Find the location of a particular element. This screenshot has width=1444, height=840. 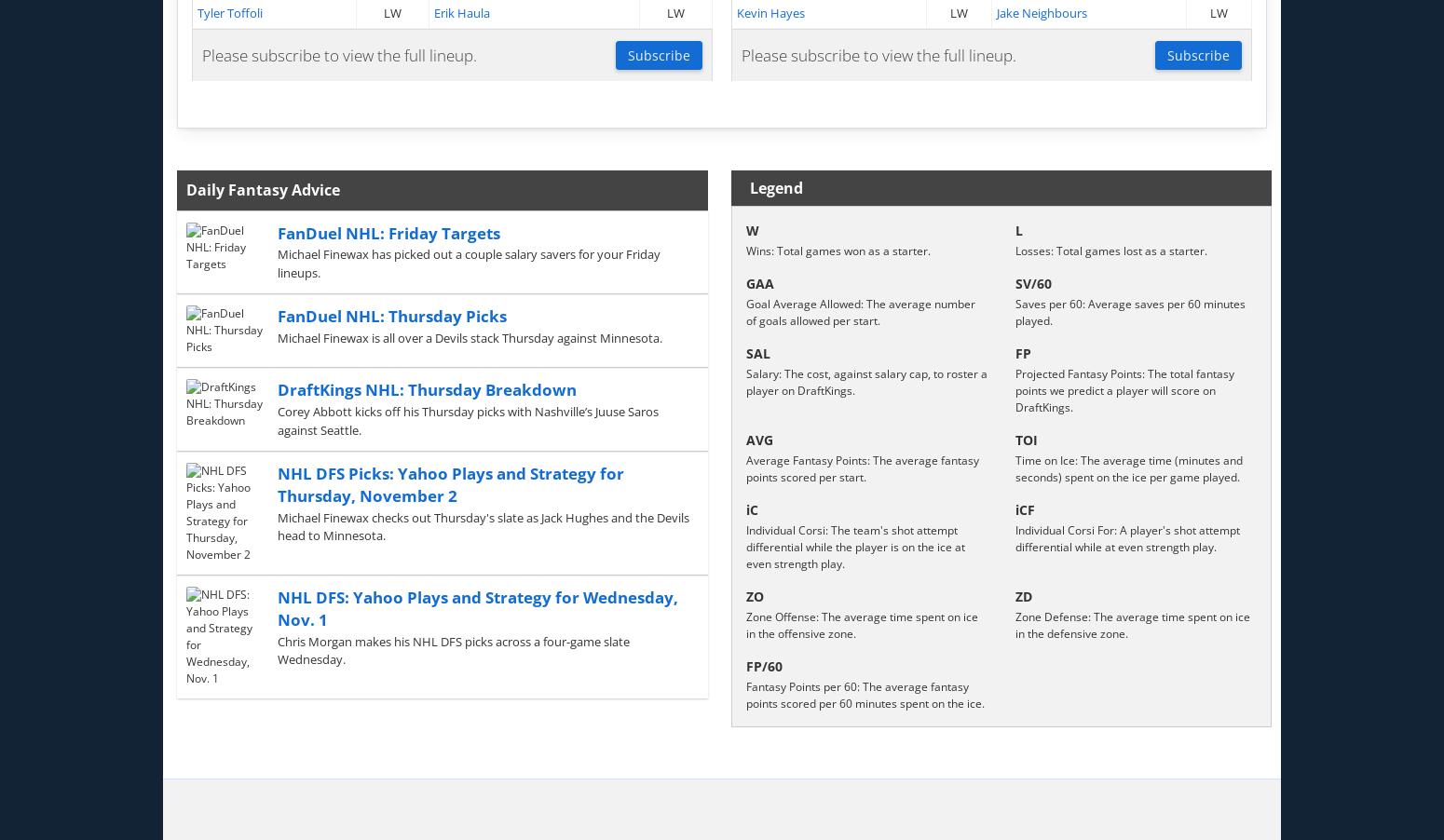

'Corey Abbott kicks off his Thursday picks with Nashville’s Juuse Saros against Seattle.' is located at coordinates (276, 420).